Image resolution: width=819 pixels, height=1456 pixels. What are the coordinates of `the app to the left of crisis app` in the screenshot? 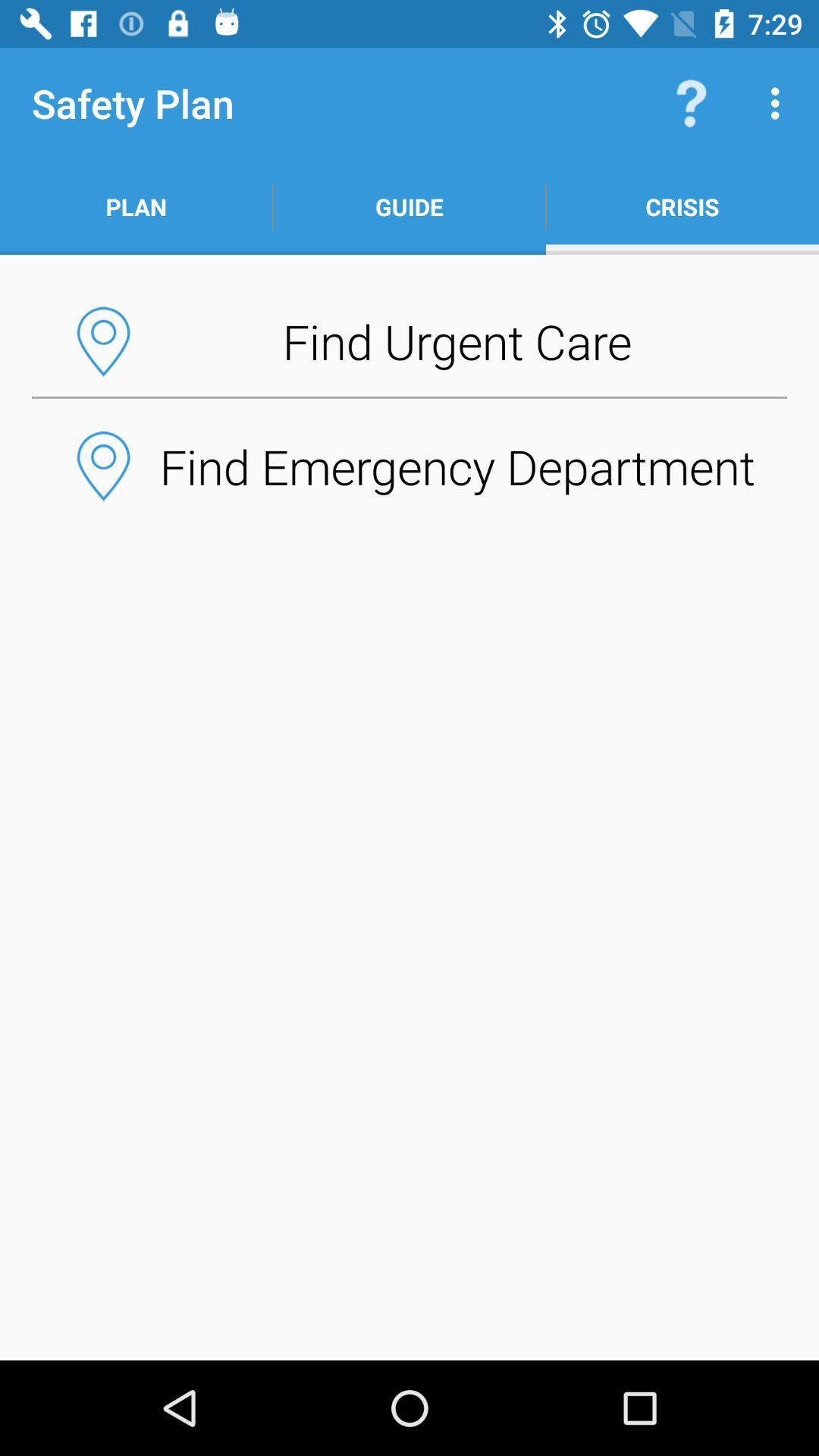 It's located at (409, 206).